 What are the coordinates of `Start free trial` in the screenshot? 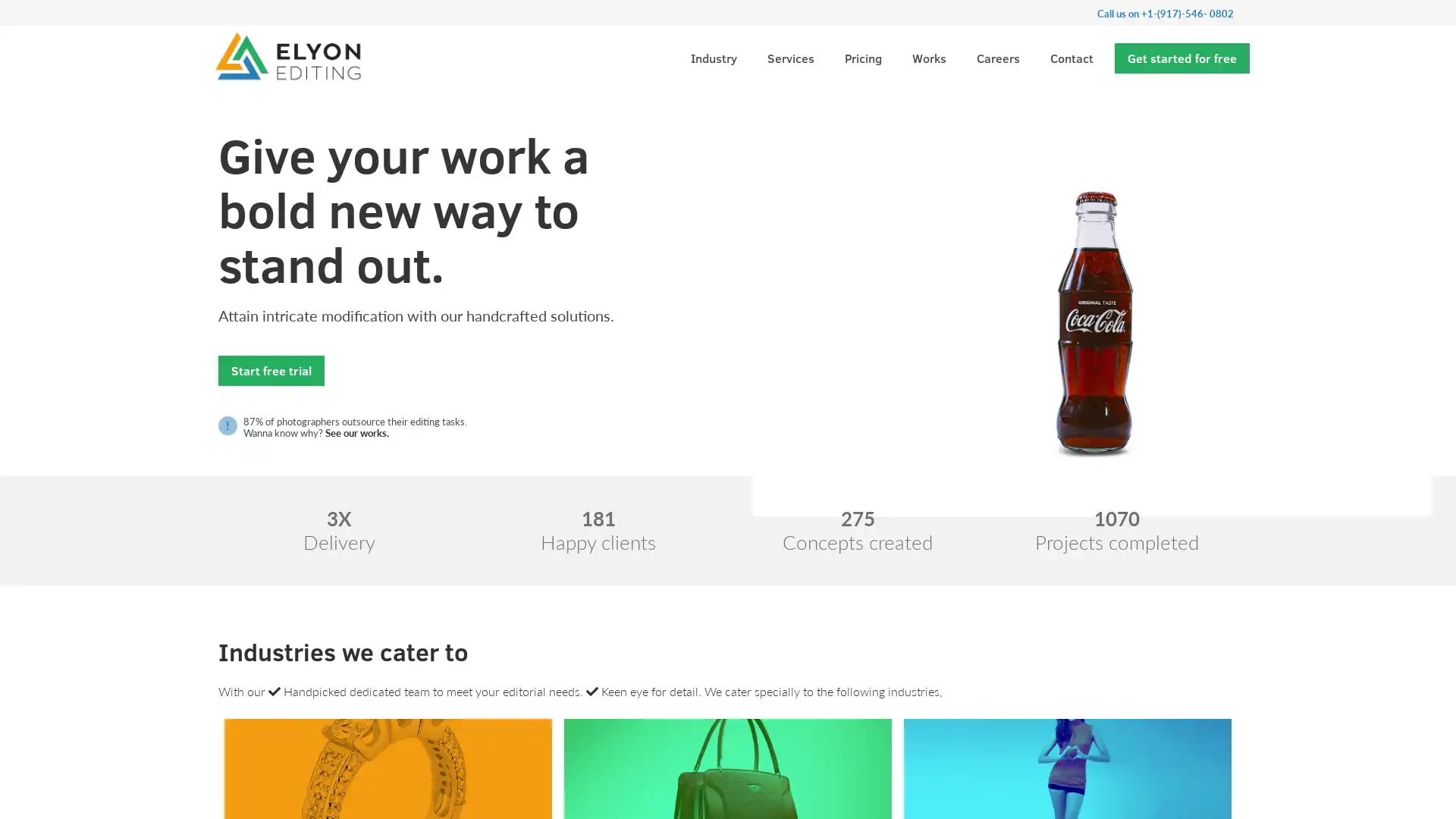 It's located at (271, 370).